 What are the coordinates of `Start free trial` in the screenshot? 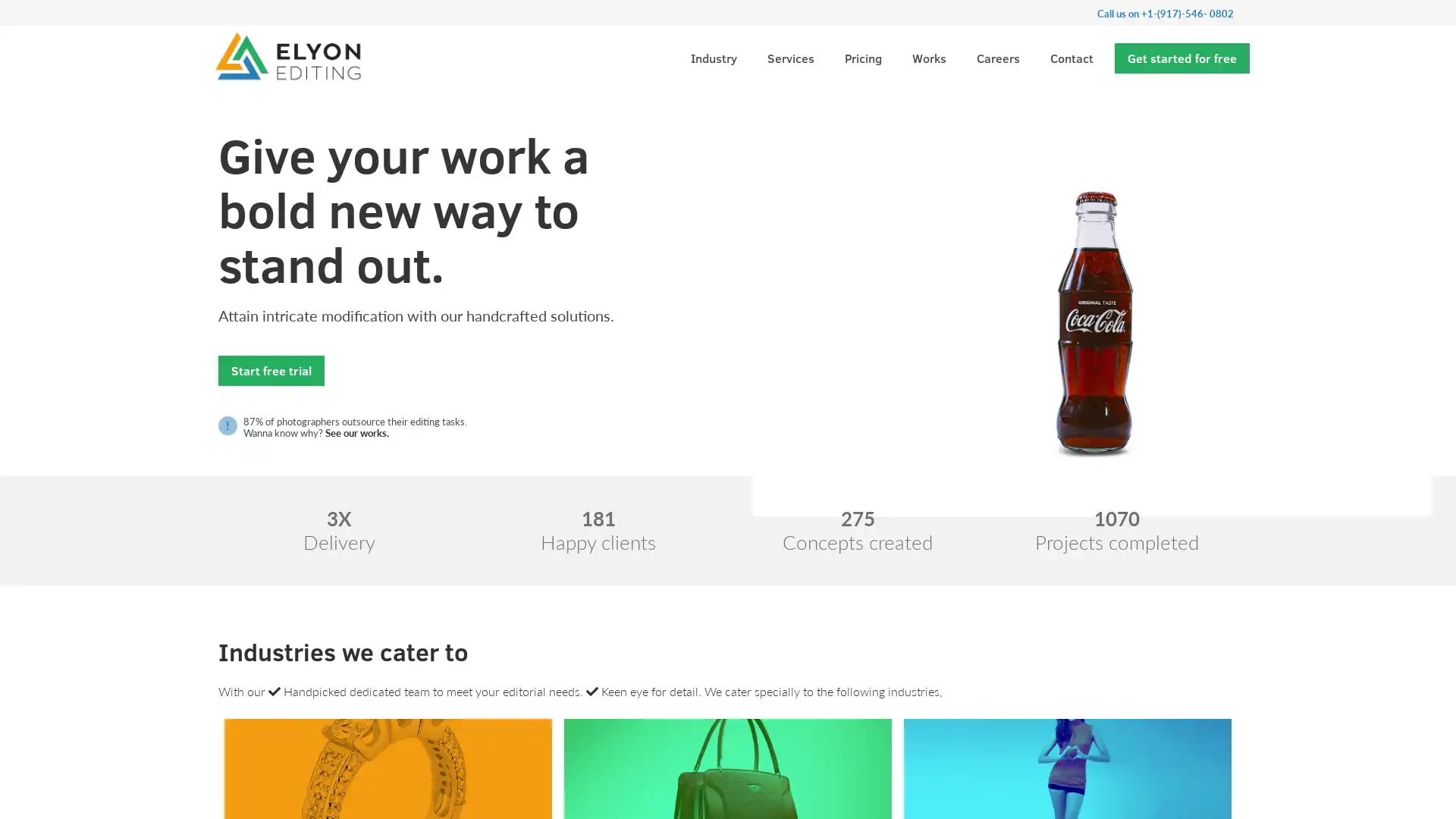 It's located at (271, 370).